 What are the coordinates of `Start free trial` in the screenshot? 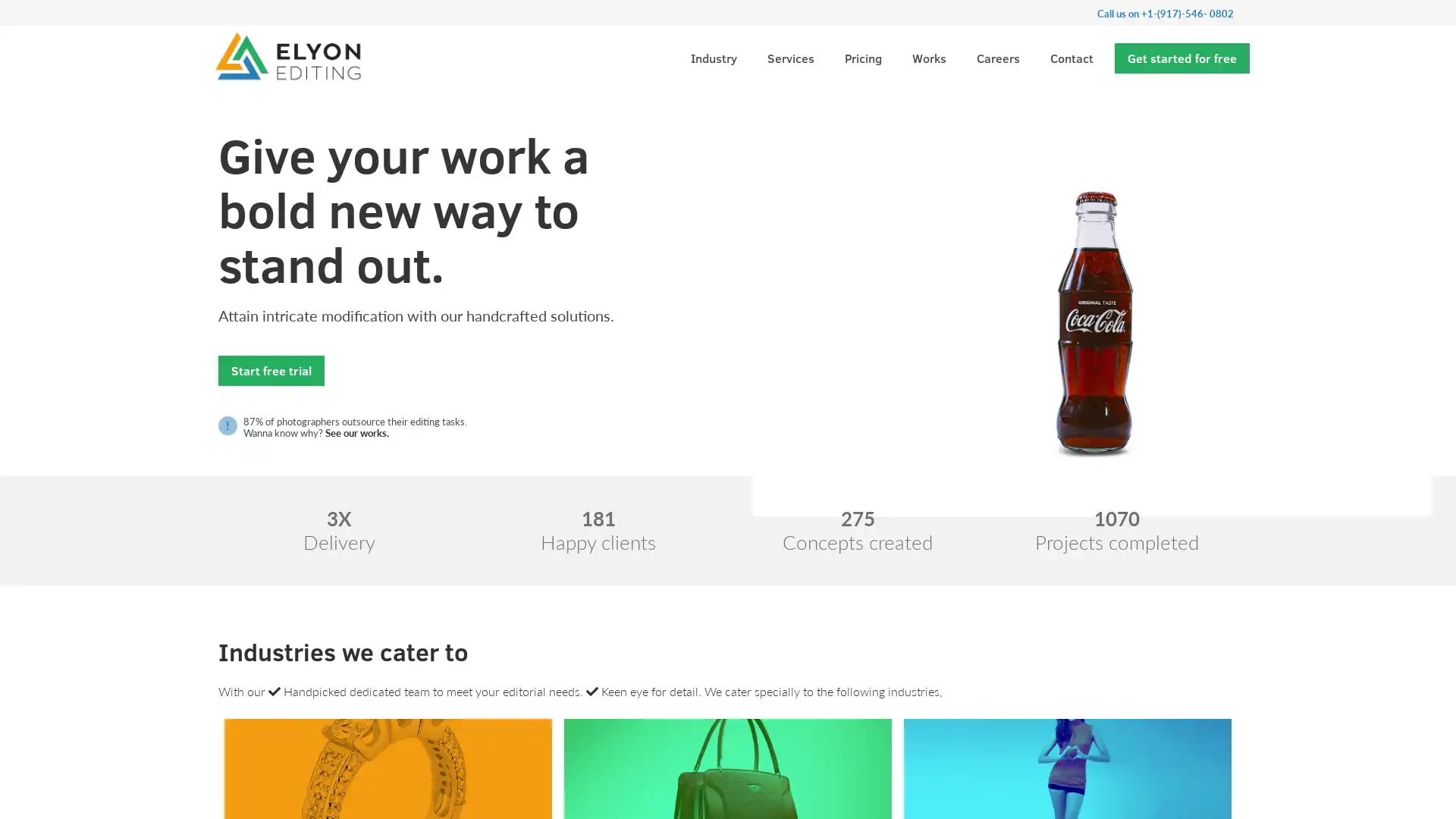 It's located at (271, 370).